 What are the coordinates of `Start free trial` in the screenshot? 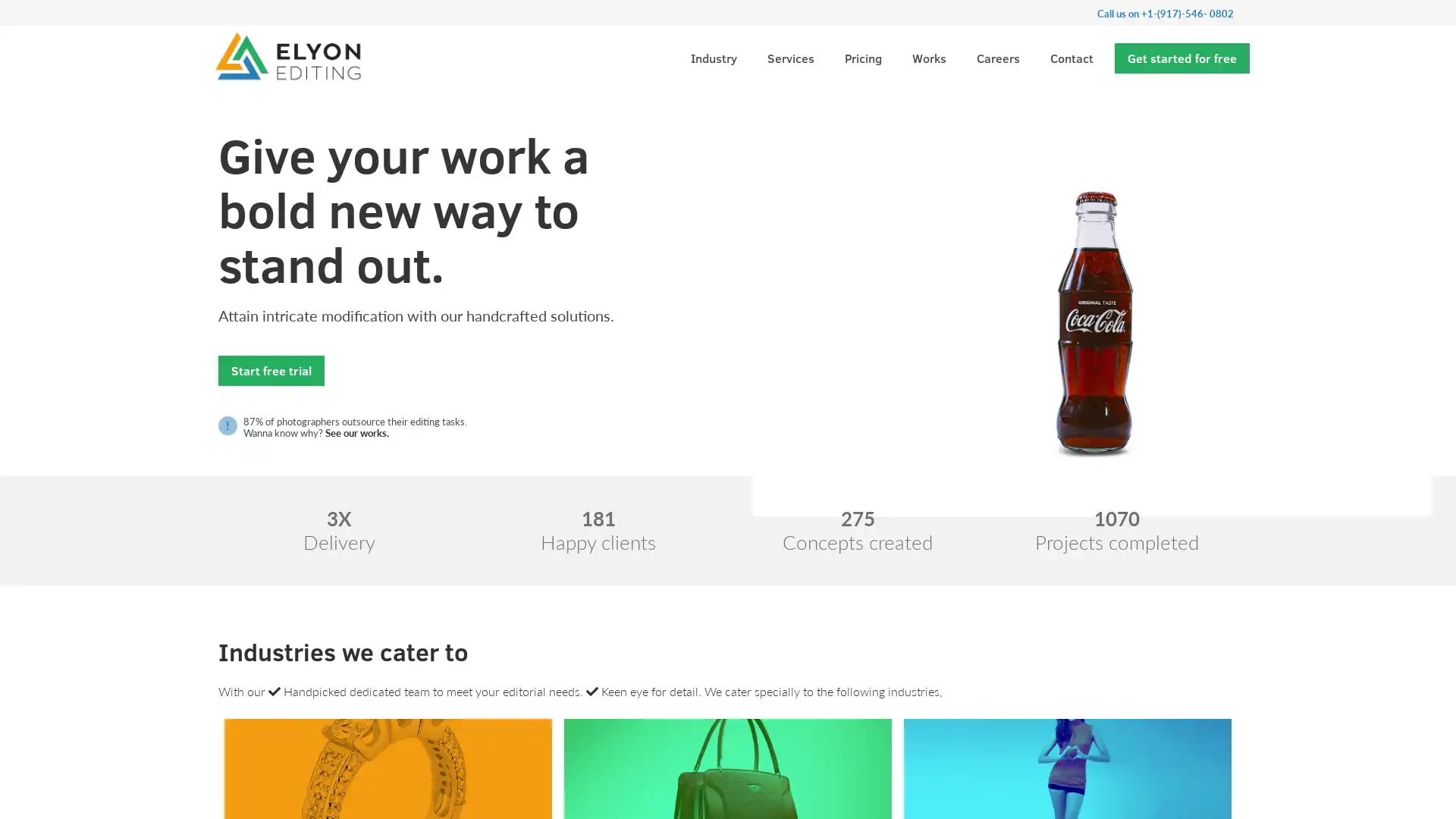 It's located at (271, 370).